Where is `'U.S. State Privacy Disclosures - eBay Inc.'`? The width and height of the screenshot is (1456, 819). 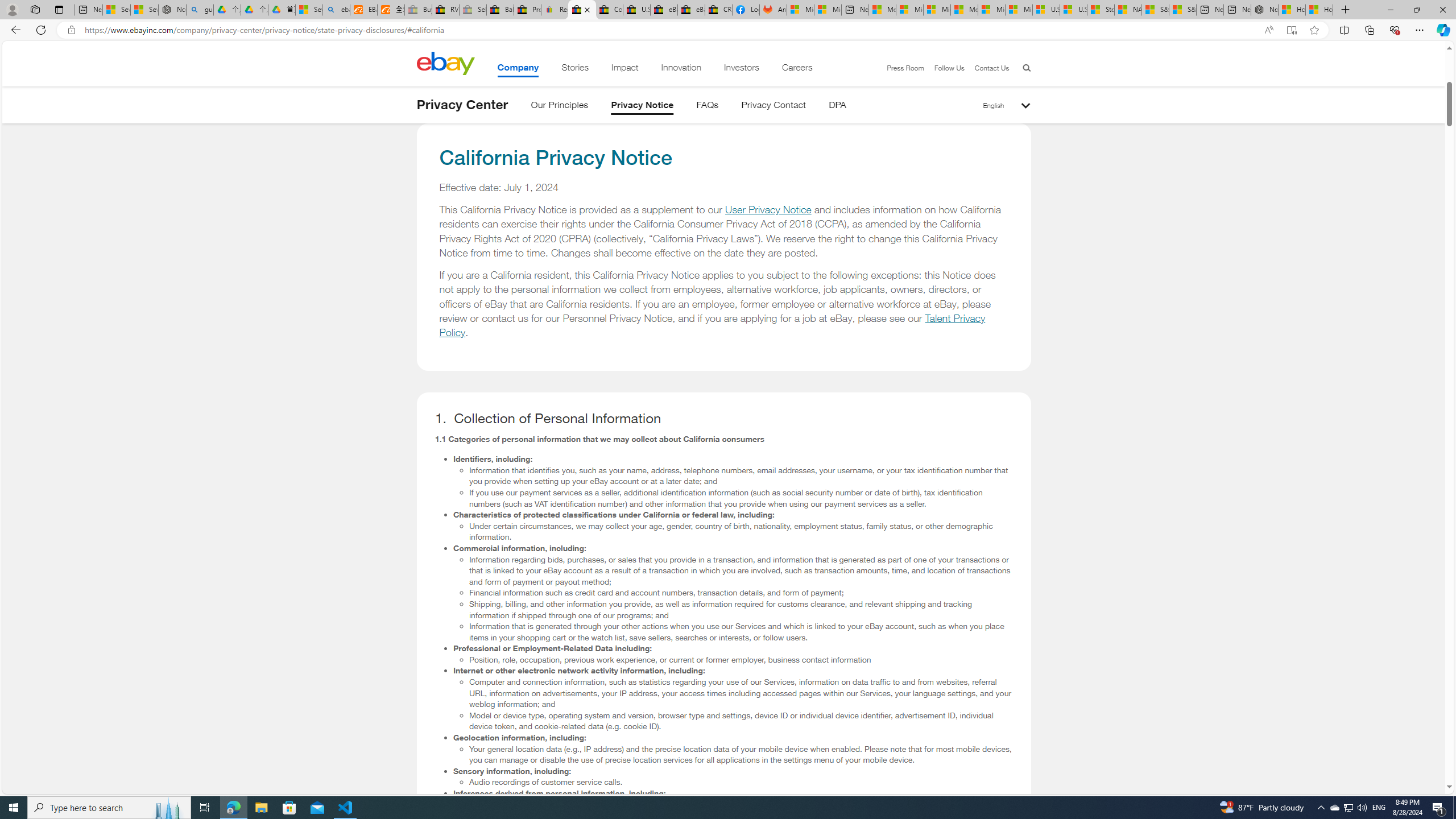
'U.S. State Privacy Disclosures - eBay Inc.' is located at coordinates (637, 9).